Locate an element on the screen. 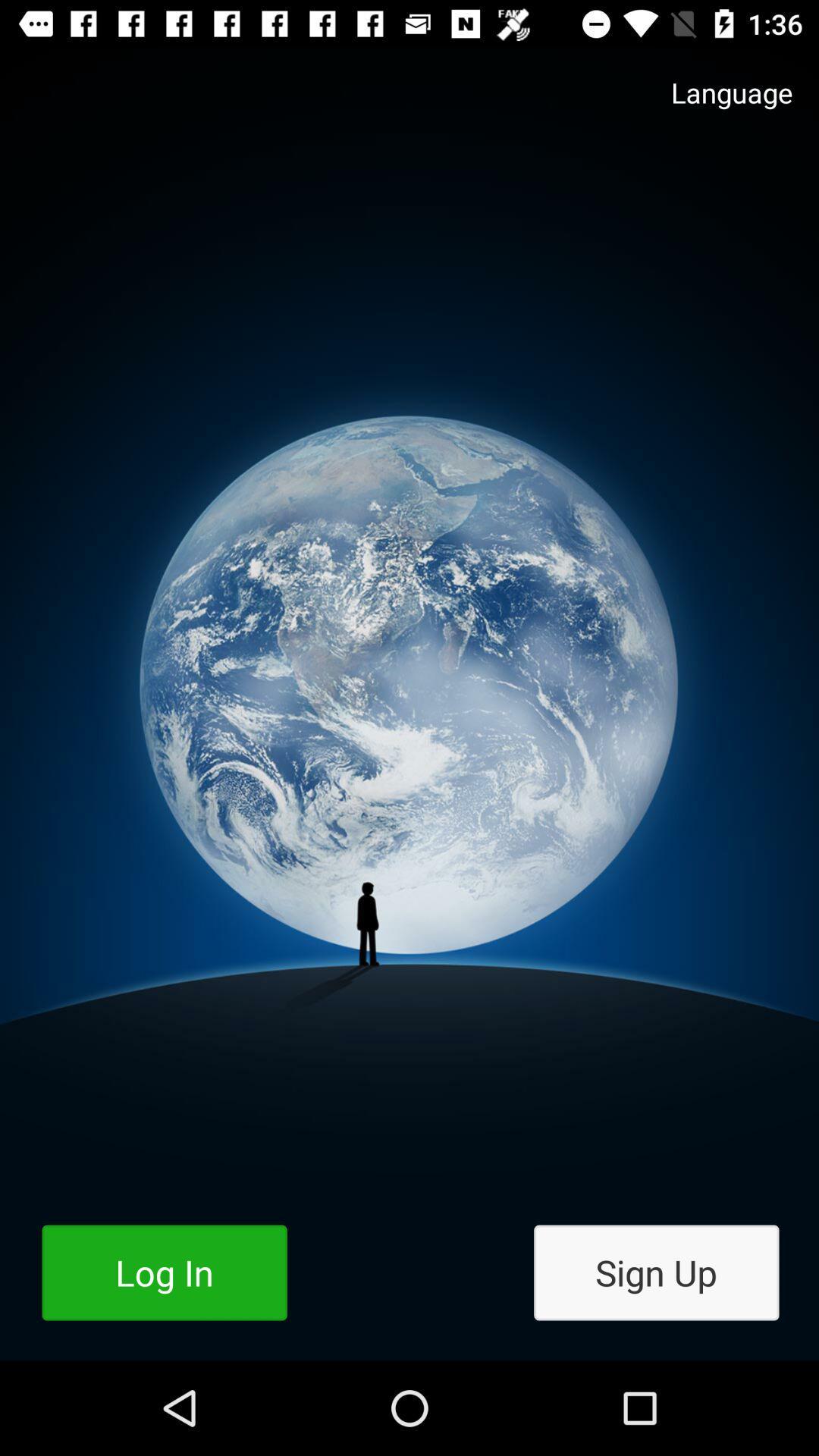 This screenshot has width=819, height=1456. the item next to log in button is located at coordinates (655, 1272).